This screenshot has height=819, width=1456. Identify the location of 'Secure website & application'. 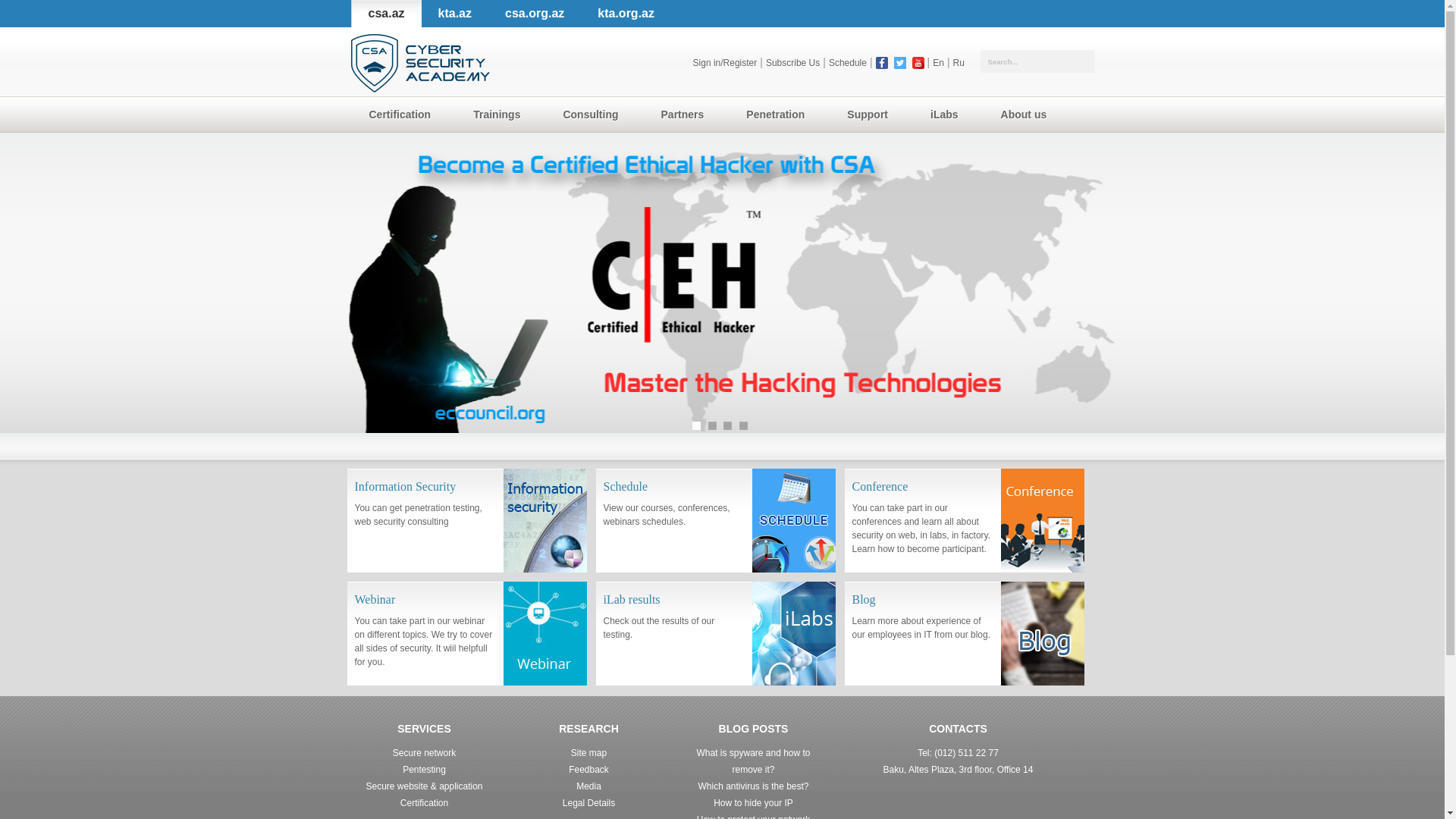
(423, 786).